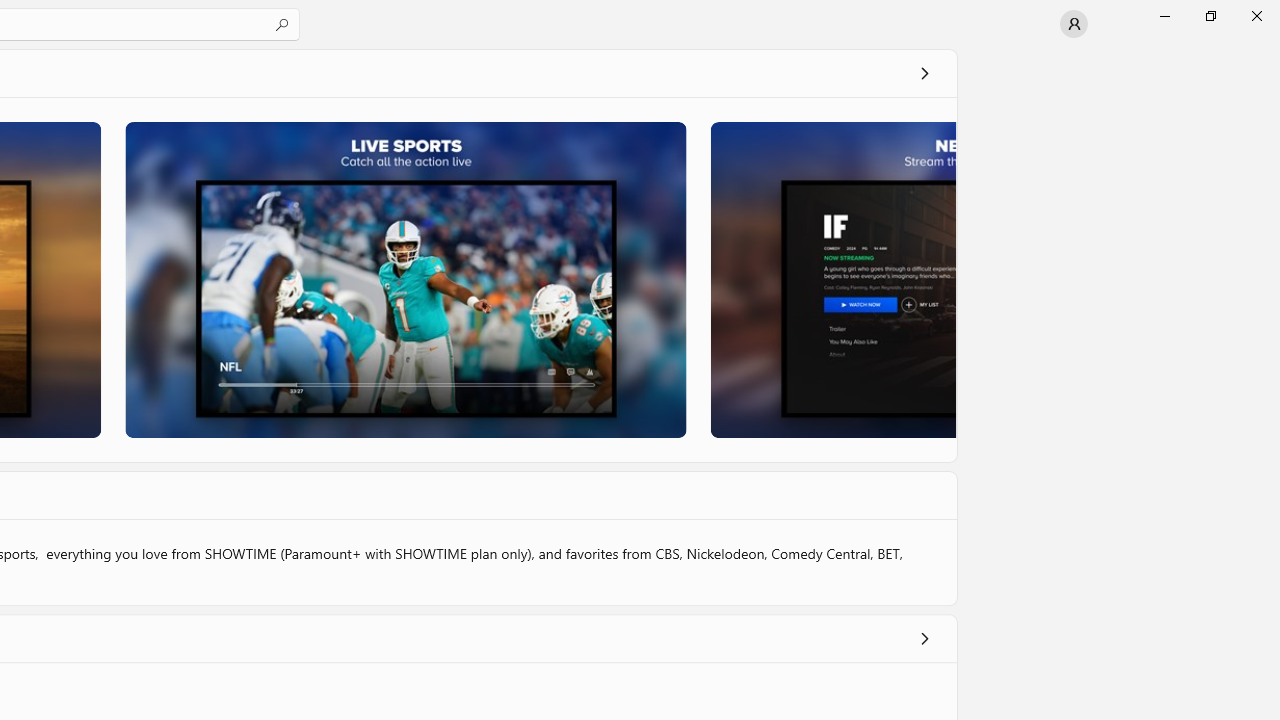 This screenshot has width=1280, height=720. Describe the element at coordinates (1255, 15) in the screenshot. I see `'Close Microsoft Store'` at that location.